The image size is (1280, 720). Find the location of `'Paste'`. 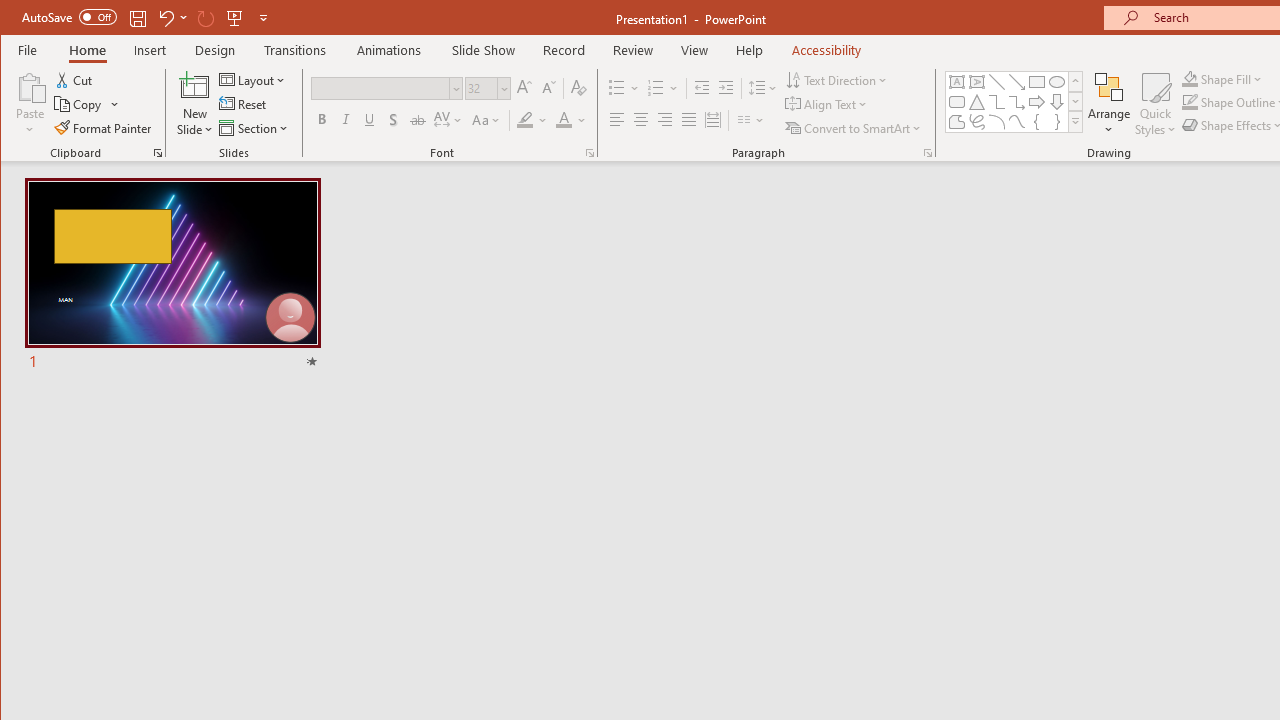

'Paste' is located at coordinates (30, 85).